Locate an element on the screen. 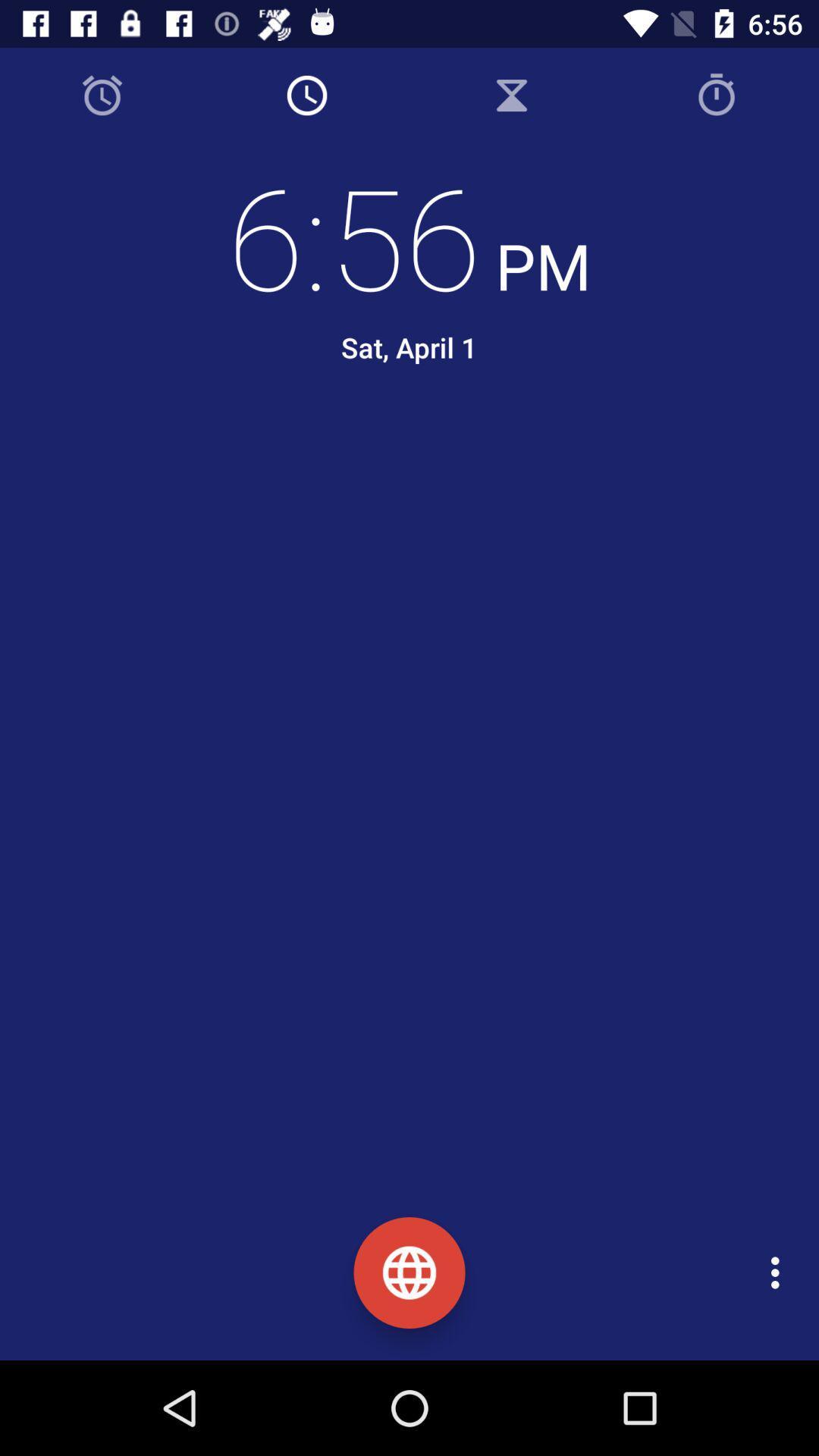 This screenshot has width=819, height=1456. the more icon is located at coordinates (779, 1272).